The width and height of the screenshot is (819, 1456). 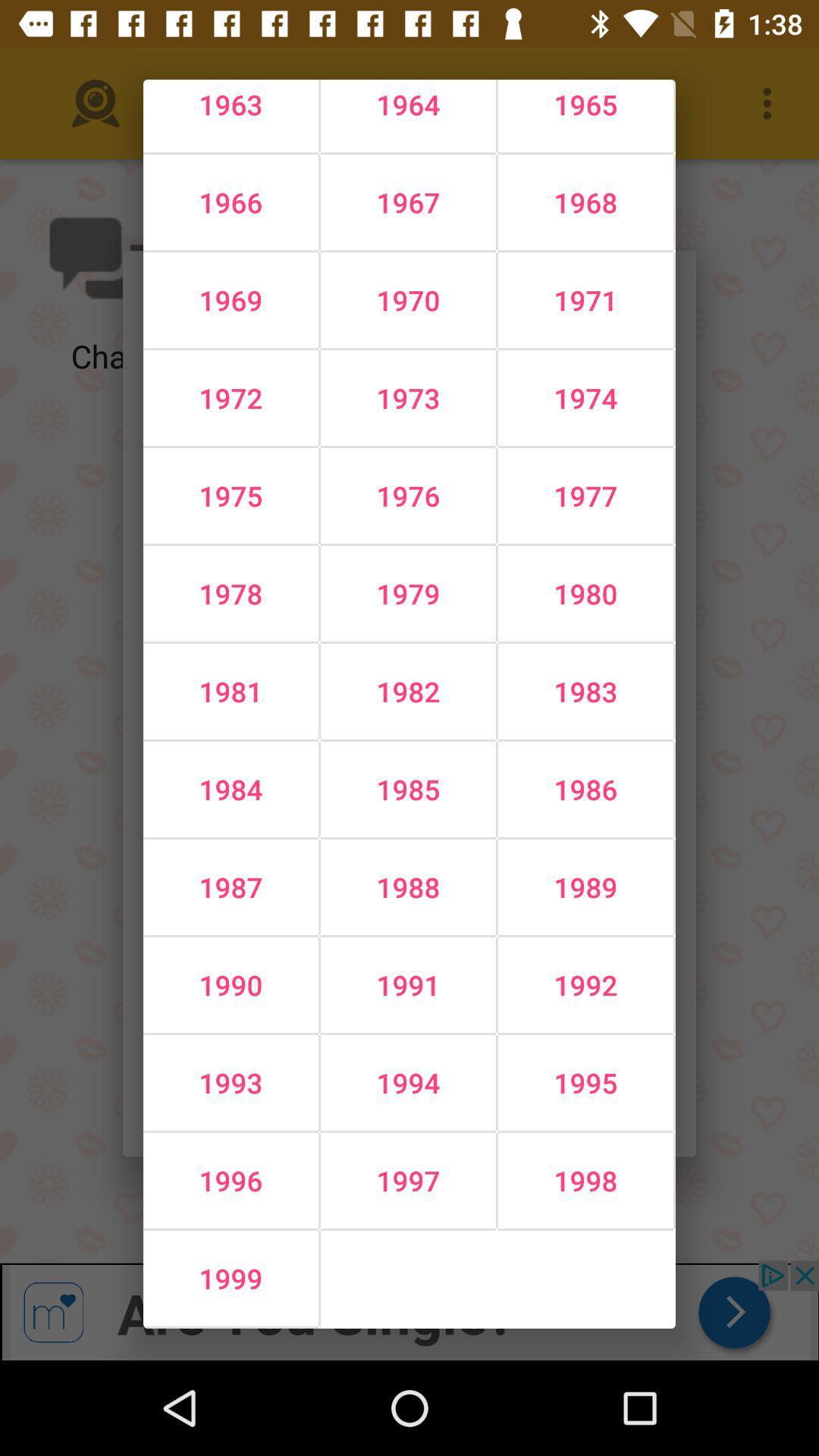 What do you see at coordinates (407, 887) in the screenshot?
I see `1988 icon` at bounding box center [407, 887].